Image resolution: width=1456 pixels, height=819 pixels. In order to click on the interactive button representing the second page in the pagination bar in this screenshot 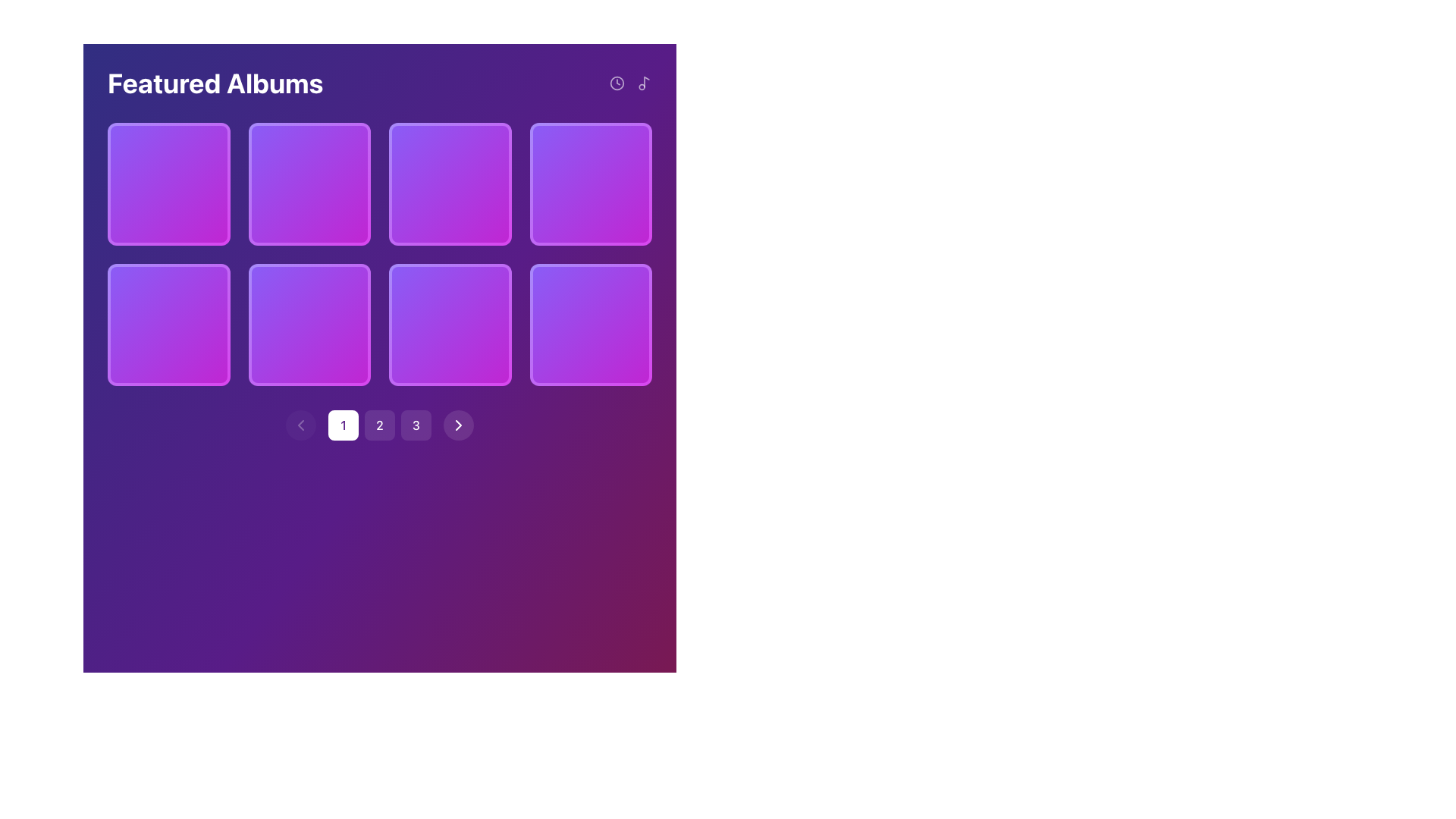, I will do `click(379, 425)`.